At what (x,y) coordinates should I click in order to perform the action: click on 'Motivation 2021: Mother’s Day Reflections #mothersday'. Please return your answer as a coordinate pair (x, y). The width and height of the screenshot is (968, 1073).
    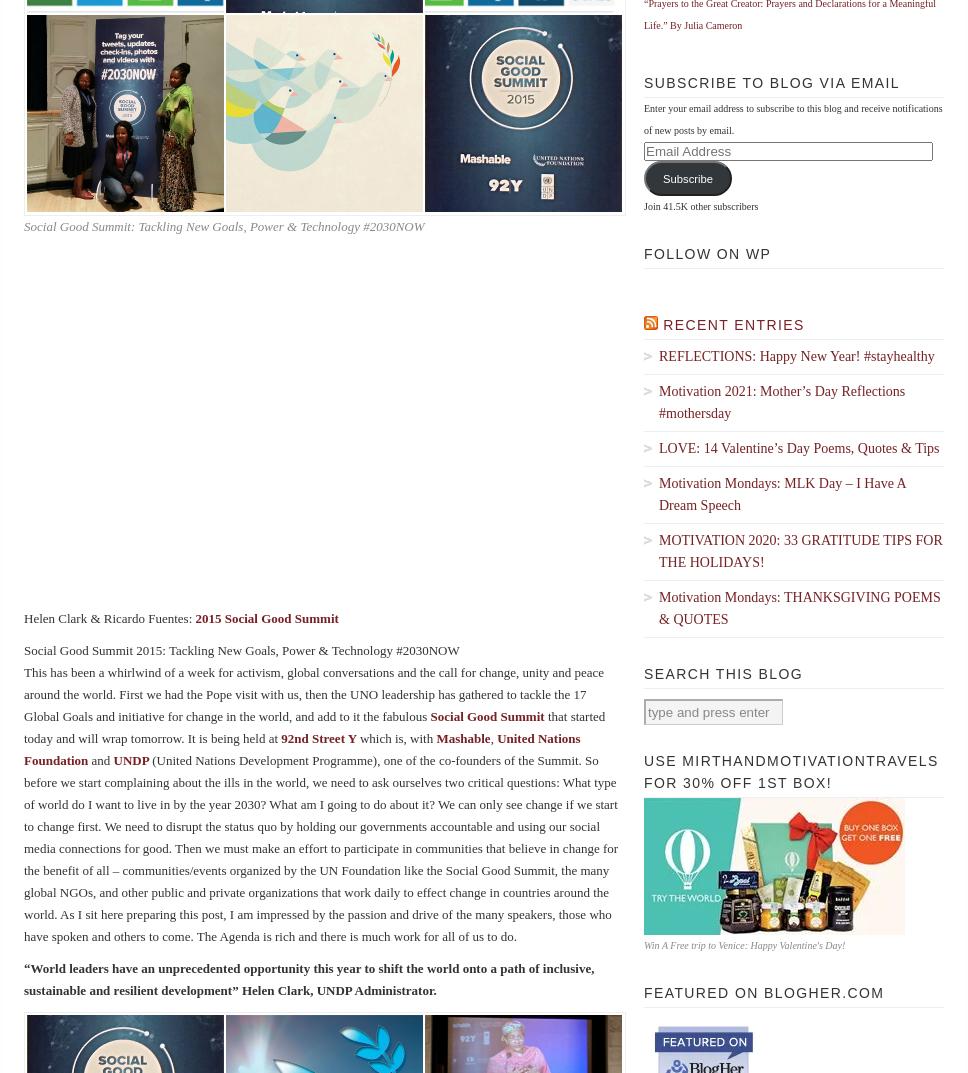
    Looking at the image, I should click on (659, 401).